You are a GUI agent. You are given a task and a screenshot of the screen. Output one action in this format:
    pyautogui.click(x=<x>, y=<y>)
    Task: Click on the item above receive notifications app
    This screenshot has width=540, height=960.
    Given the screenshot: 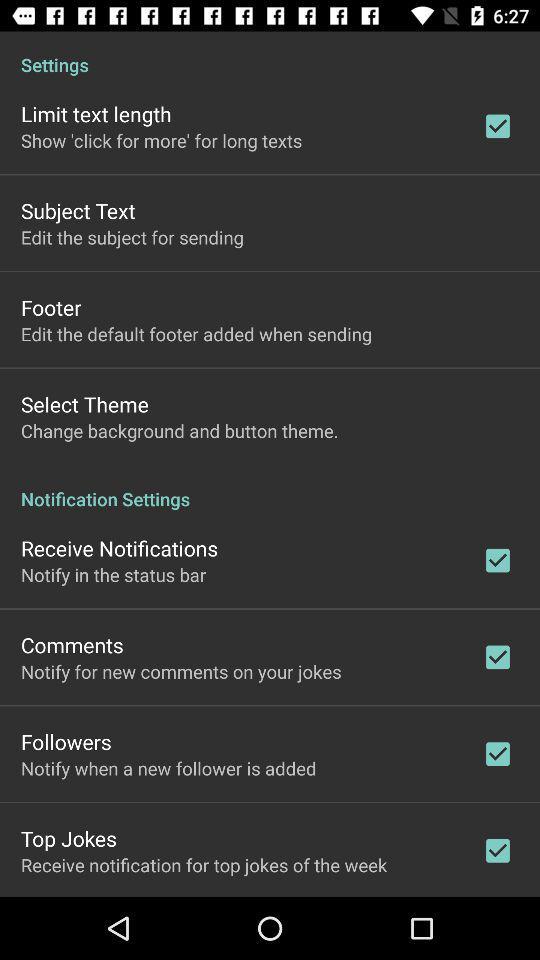 What is the action you would take?
    pyautogui.click(x=270, y=487)
    